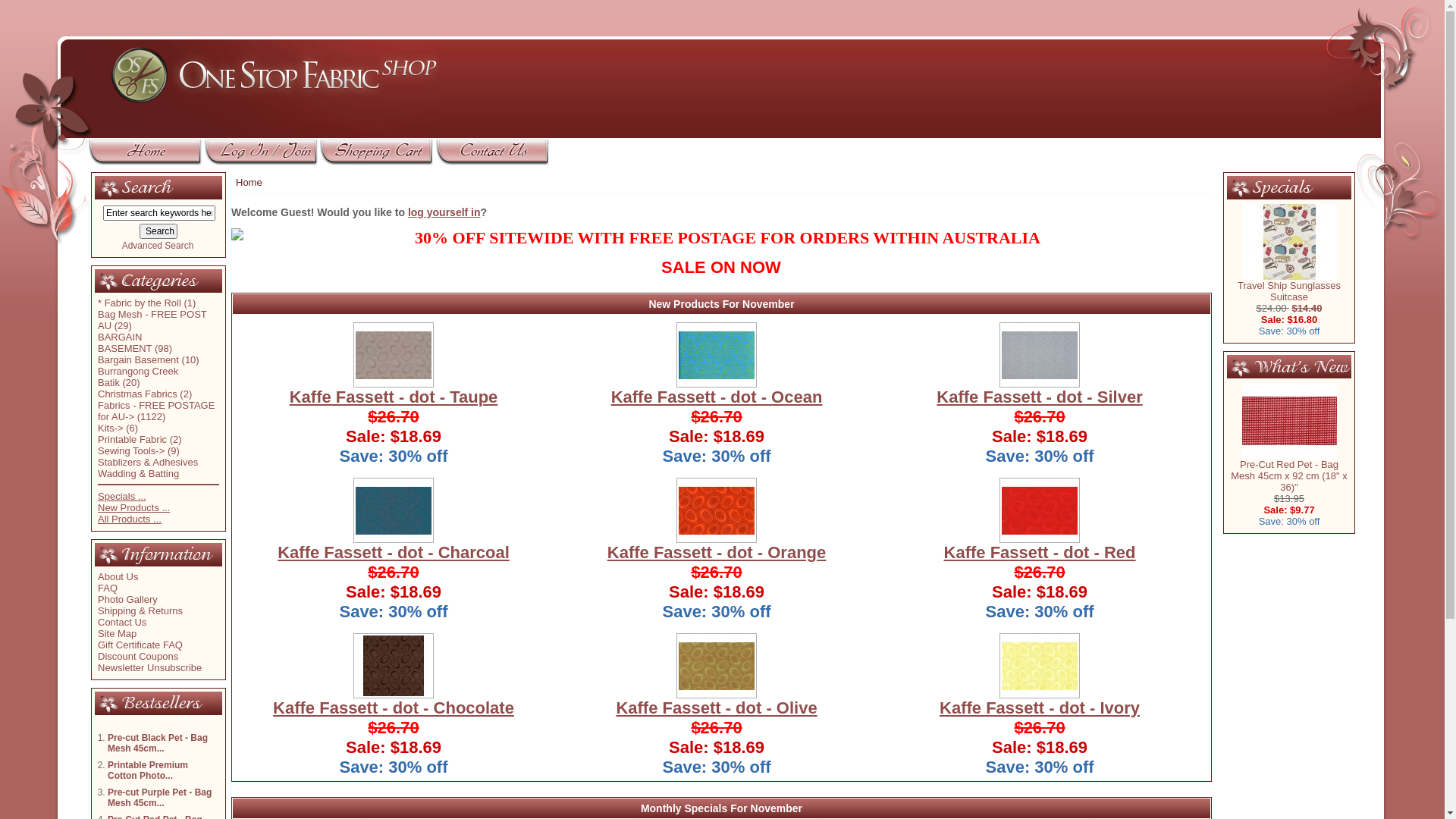 This screenshot has width=1456, height=819. Describe the element at coordinates (107, 587) in the screenshot. I see `'FAQ'` at that location.